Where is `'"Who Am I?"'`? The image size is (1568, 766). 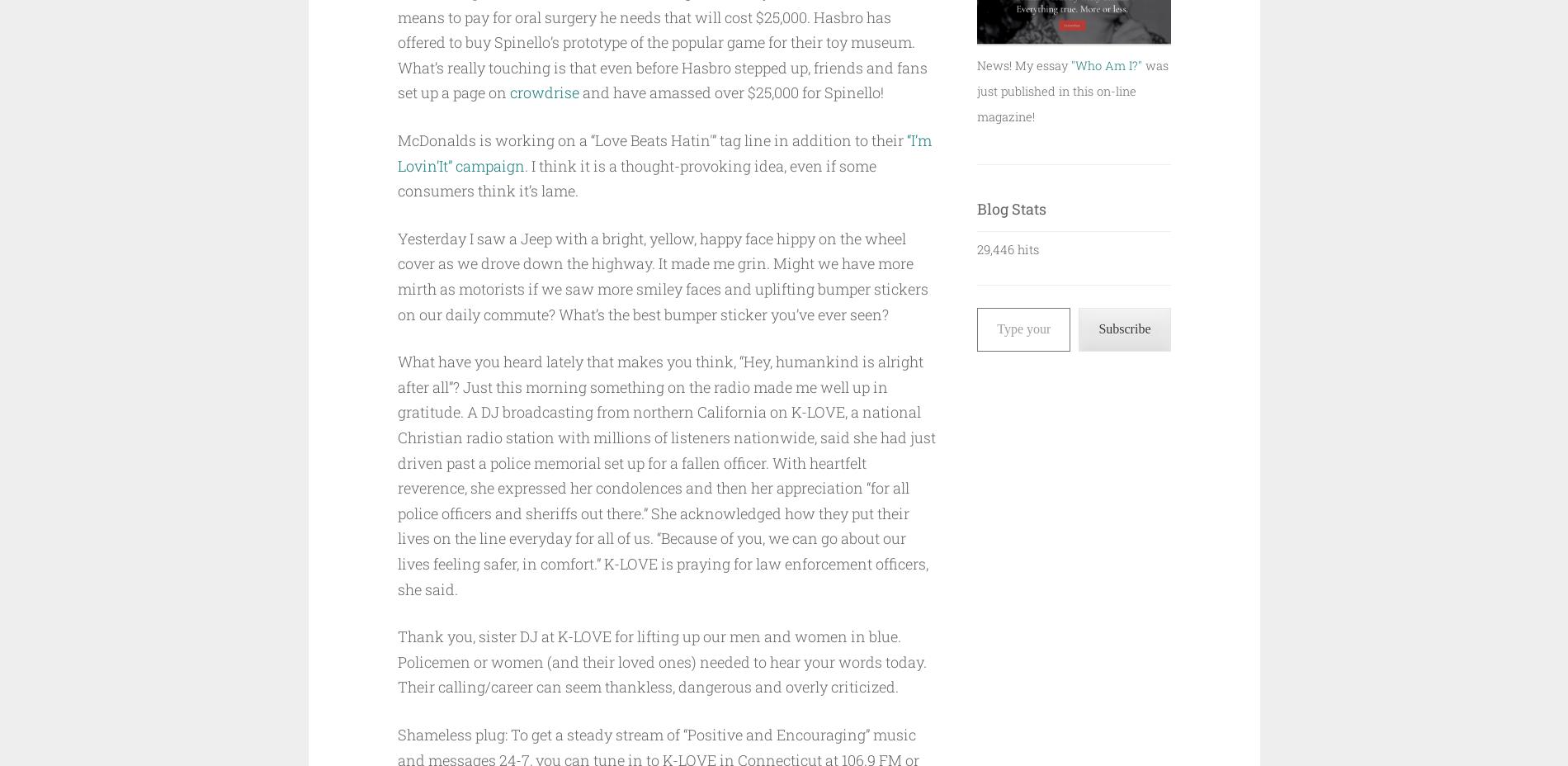 '"Who Am I?"' is located at coordinates (1070, 64).